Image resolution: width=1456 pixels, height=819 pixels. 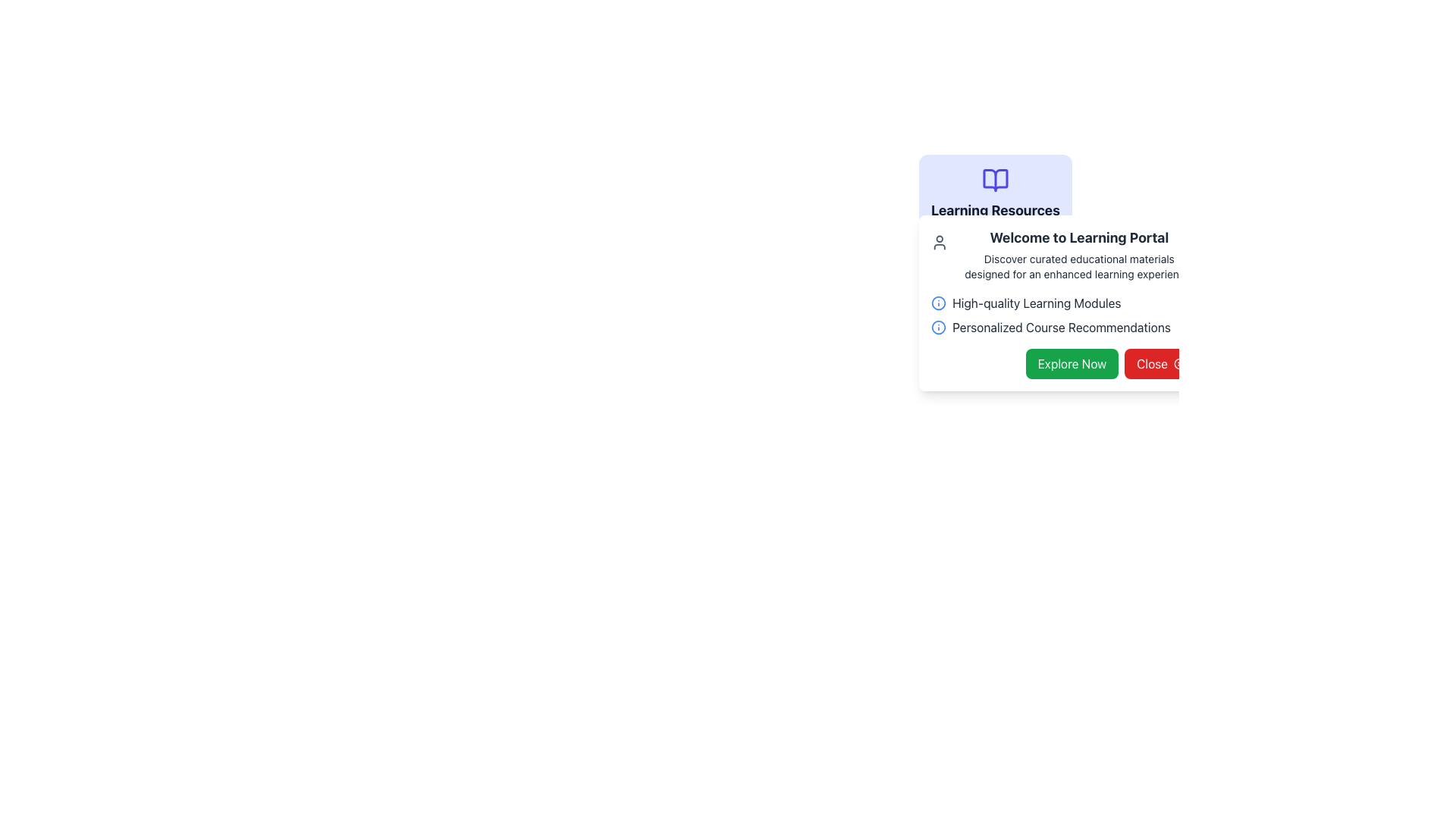 What do you see at coordinates (1078, 237) in the screenshot?
I see `bold header text 'Welcome to Learning Portal' which is visually prominent and located below the title 'Learning Resources'` at bounding box center [1078, 237].